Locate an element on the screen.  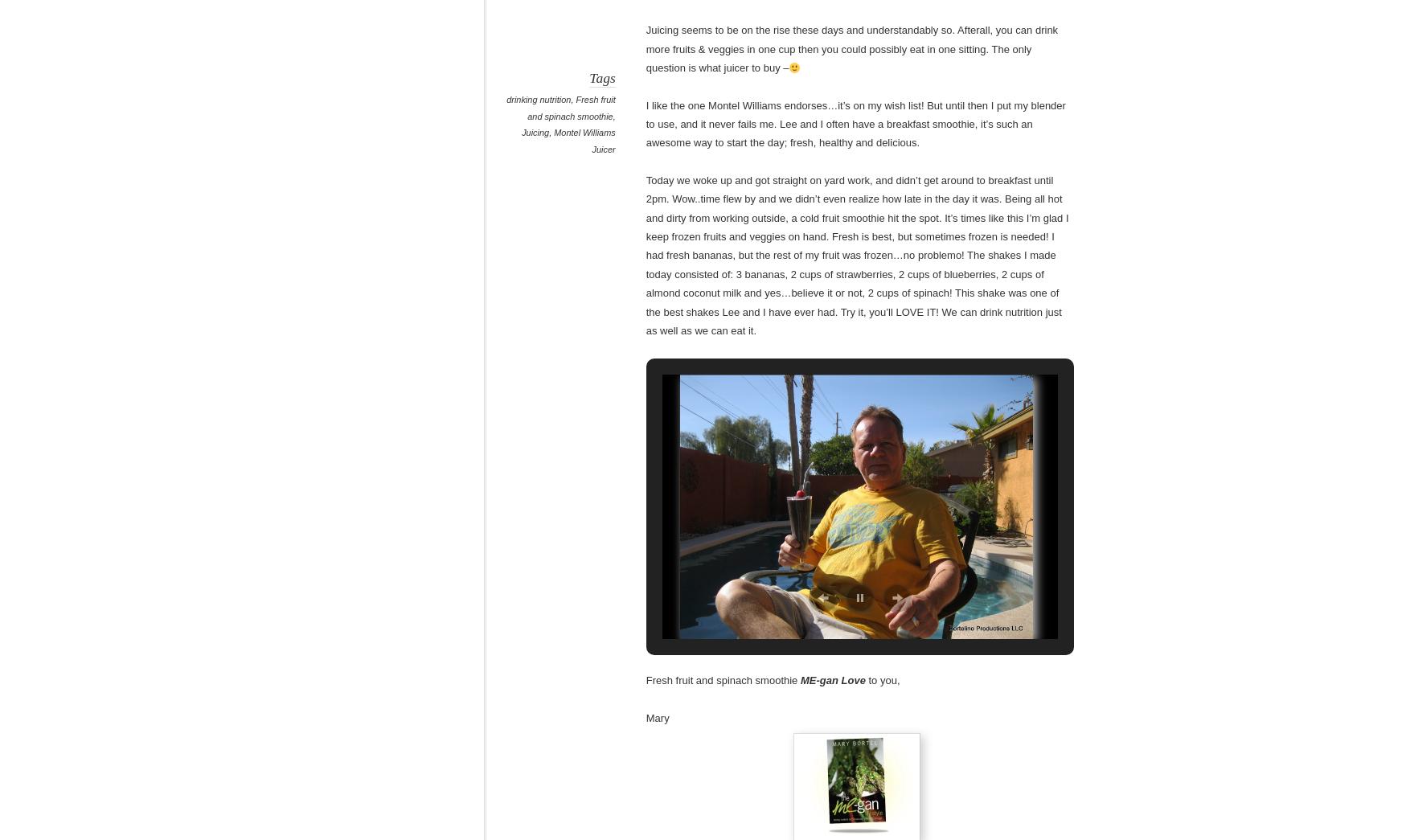
'to you,' is located at coordinates (883, 679).